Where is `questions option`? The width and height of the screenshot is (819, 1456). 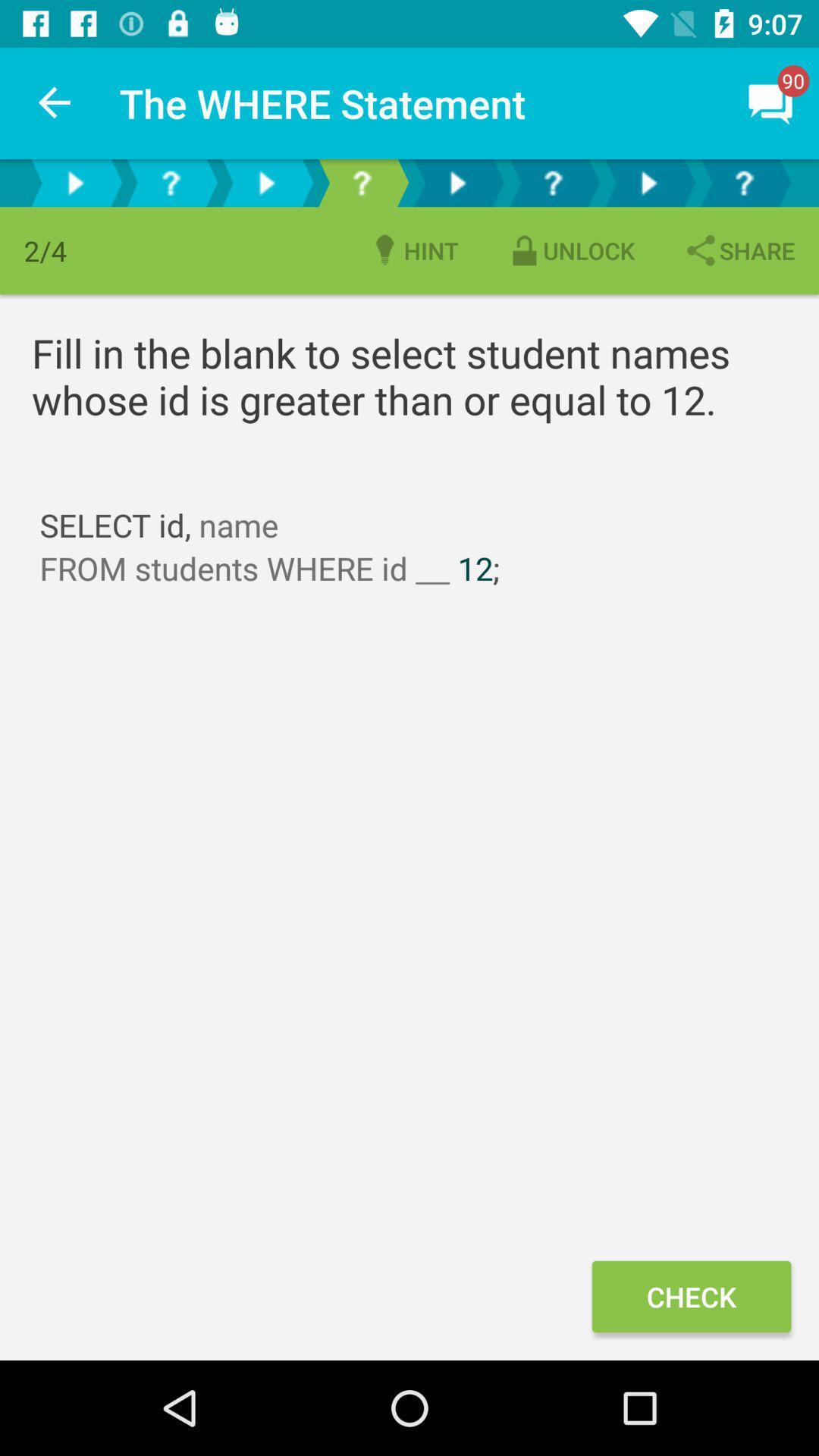
questions option is located at coordinates (362, 182).